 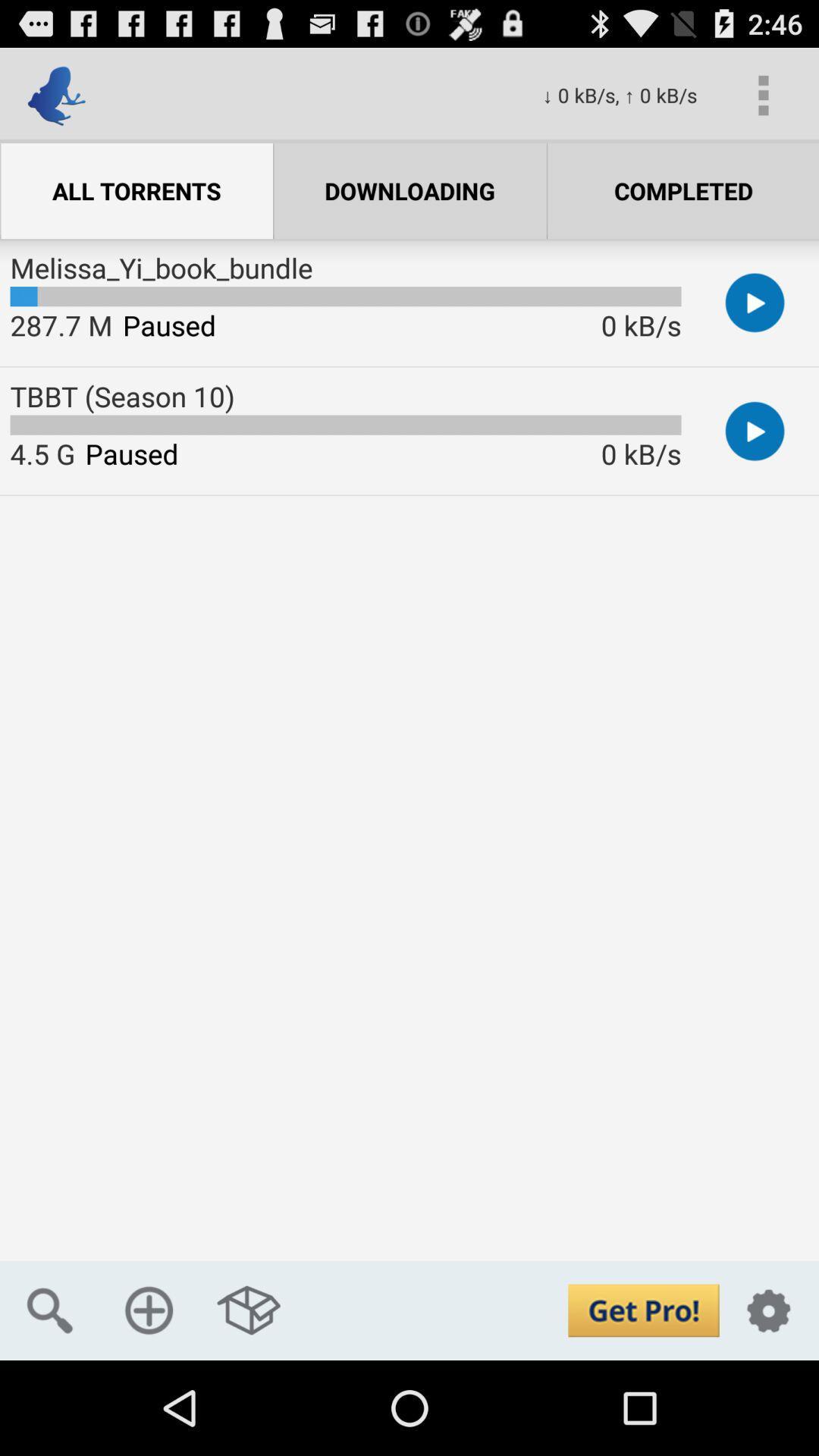 What do you see at coordinates (121, 396) in the screenshot?
I see `the tbbt (season 10) app` at bounding box center [121, 396].